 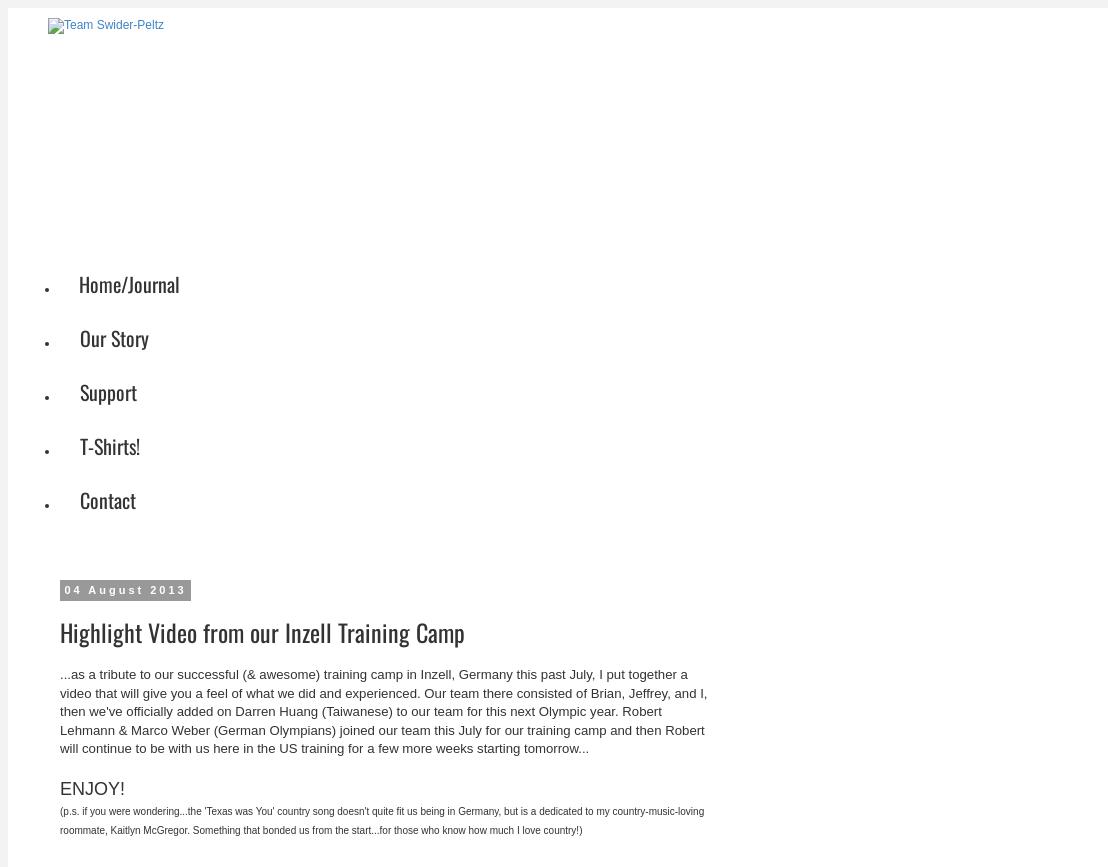 What do you see at coordinates (94, 787) in the screenshot?
I see `'ENJOY!'` at bounding box center [94, 787].